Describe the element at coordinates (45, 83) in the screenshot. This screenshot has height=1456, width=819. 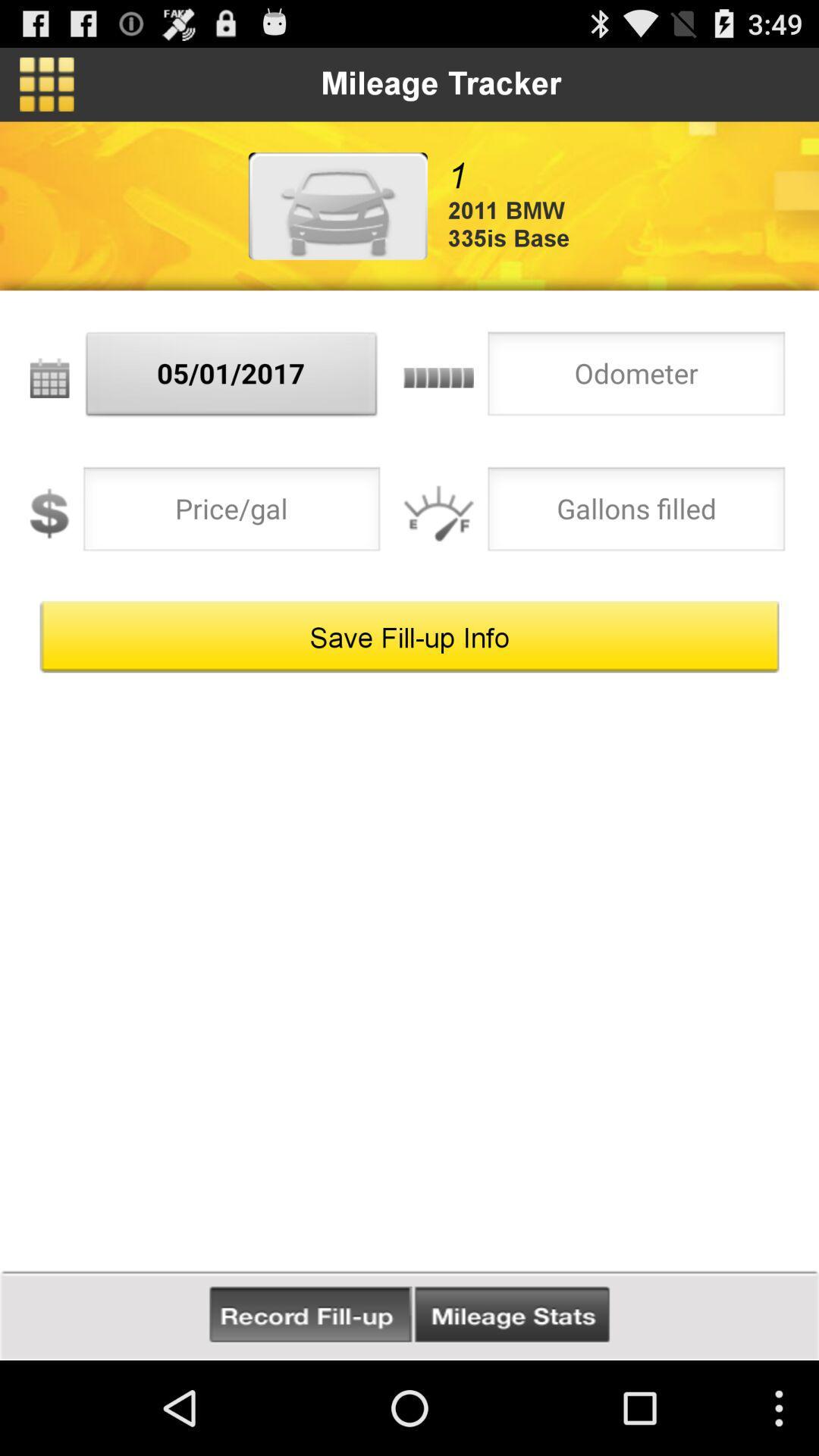
I see `the app to the left of mileage tracker item` at that location.